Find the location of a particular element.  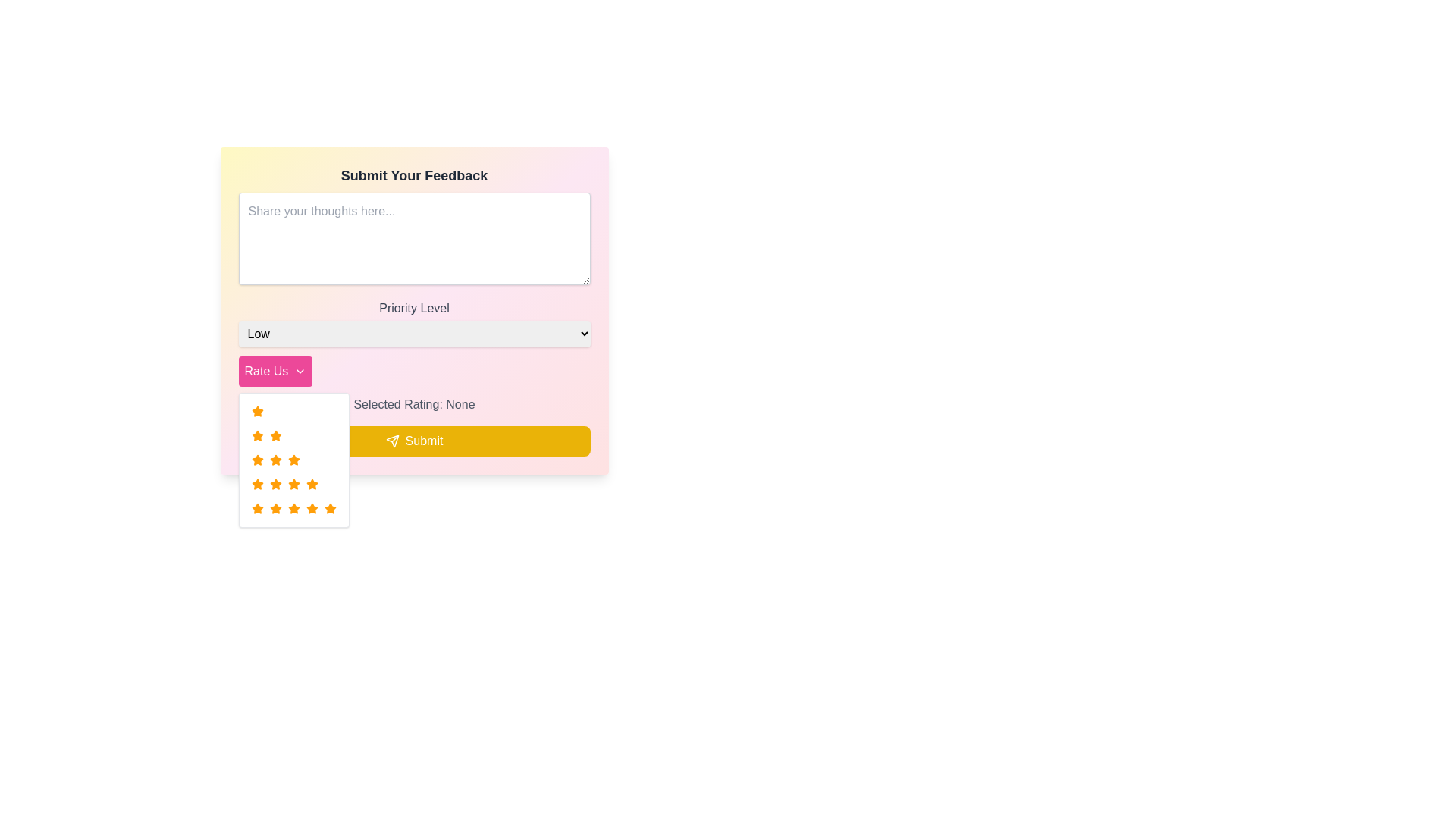

the third star icon in the second row of the rating system is located at coordinates (275, 459).